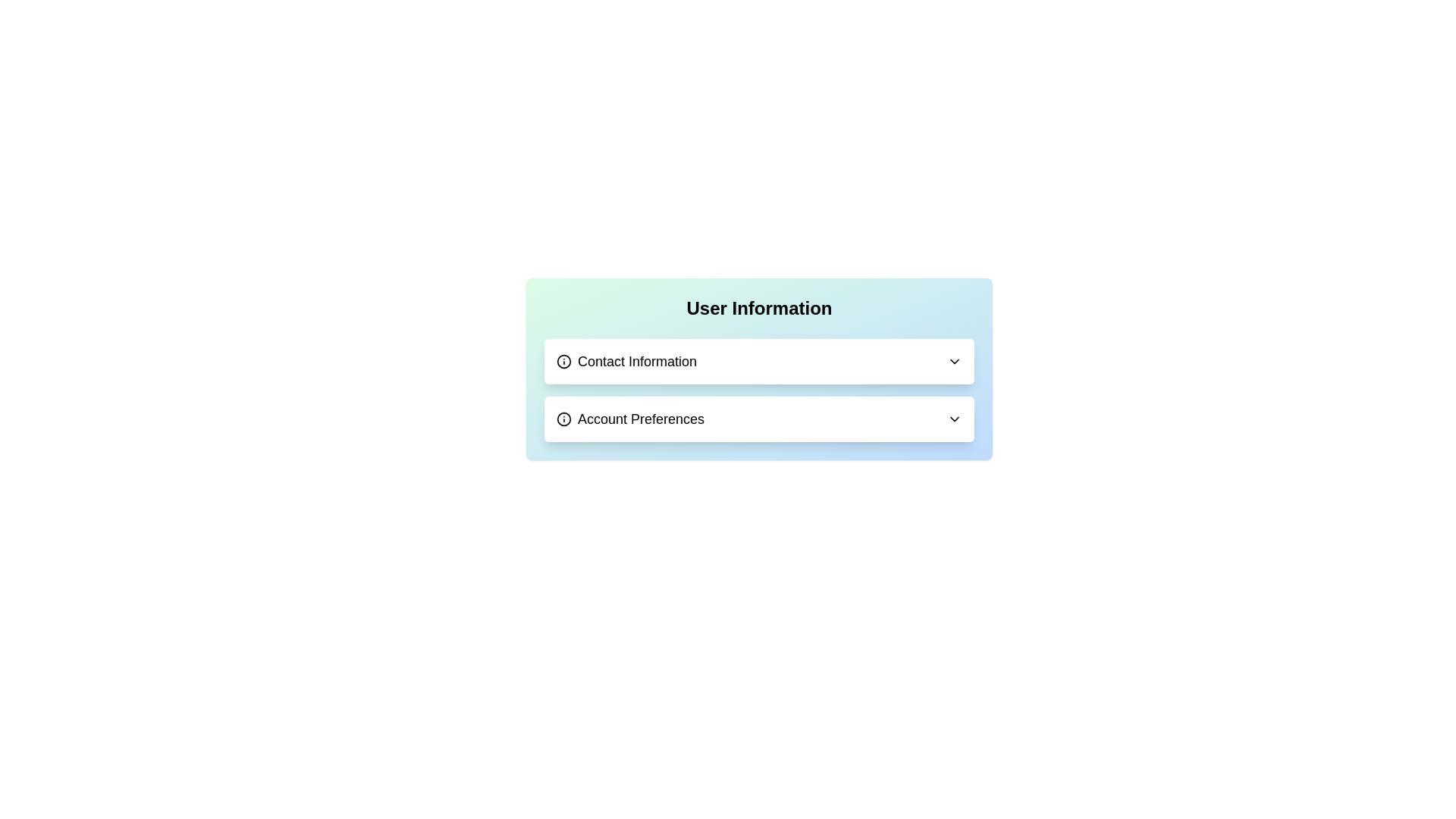 The image size is (1456, 819). What do you see at coordinates (563, 362) in the screenshot?
I see `the interactive icon next to the 'Contact Information' text in the 'User Information' section` at bounding box center [563, 362].